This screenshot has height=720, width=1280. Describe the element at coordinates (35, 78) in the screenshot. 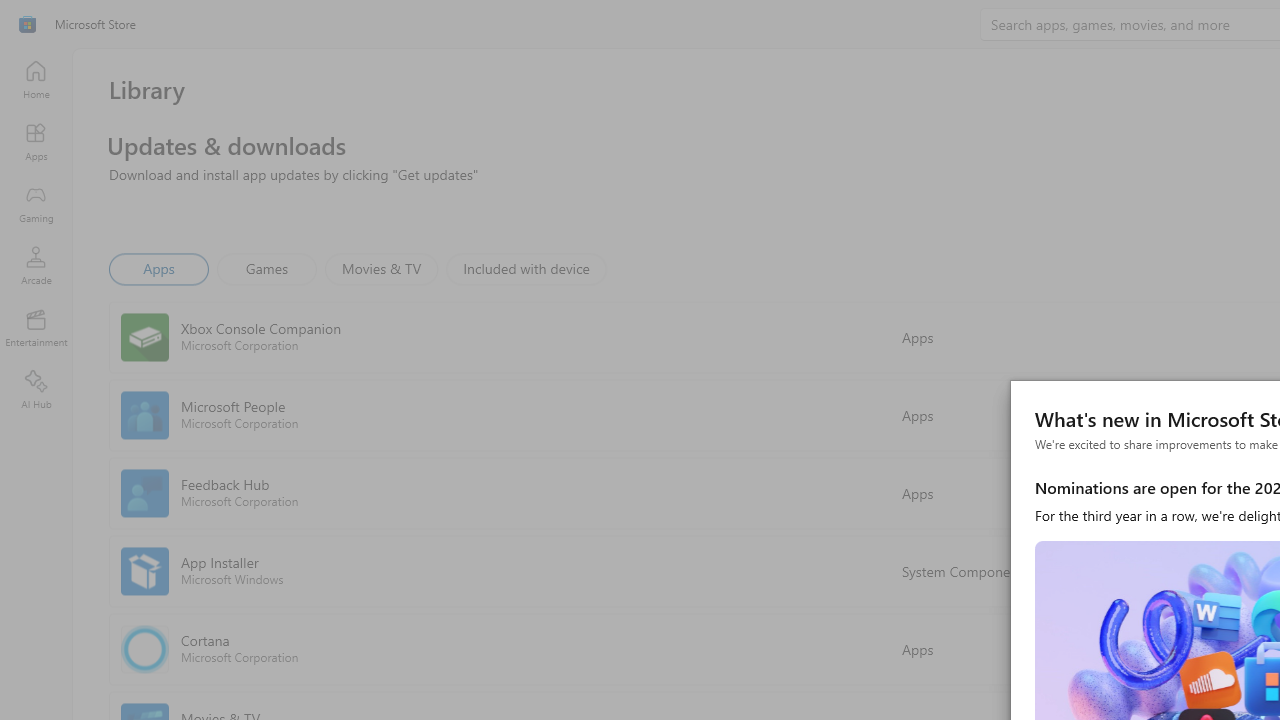

I see `'Home'` at that location.